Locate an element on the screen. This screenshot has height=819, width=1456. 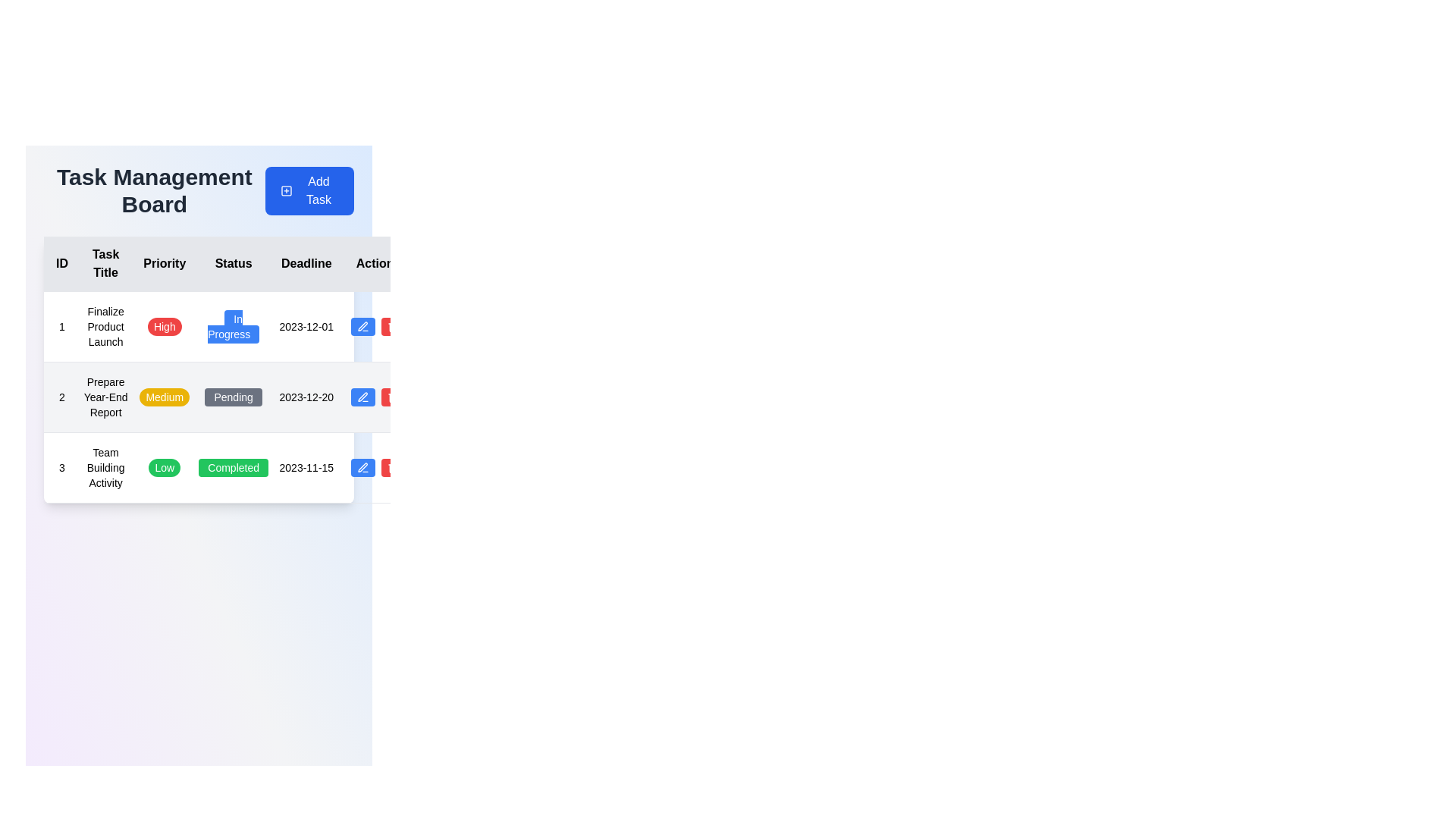
the status information represented by the label in the 'Status' column of the task table for 'Finalize Product Launch', located between the 'Priority' and 'Deadline' columns is located at coordinates (233, 326).